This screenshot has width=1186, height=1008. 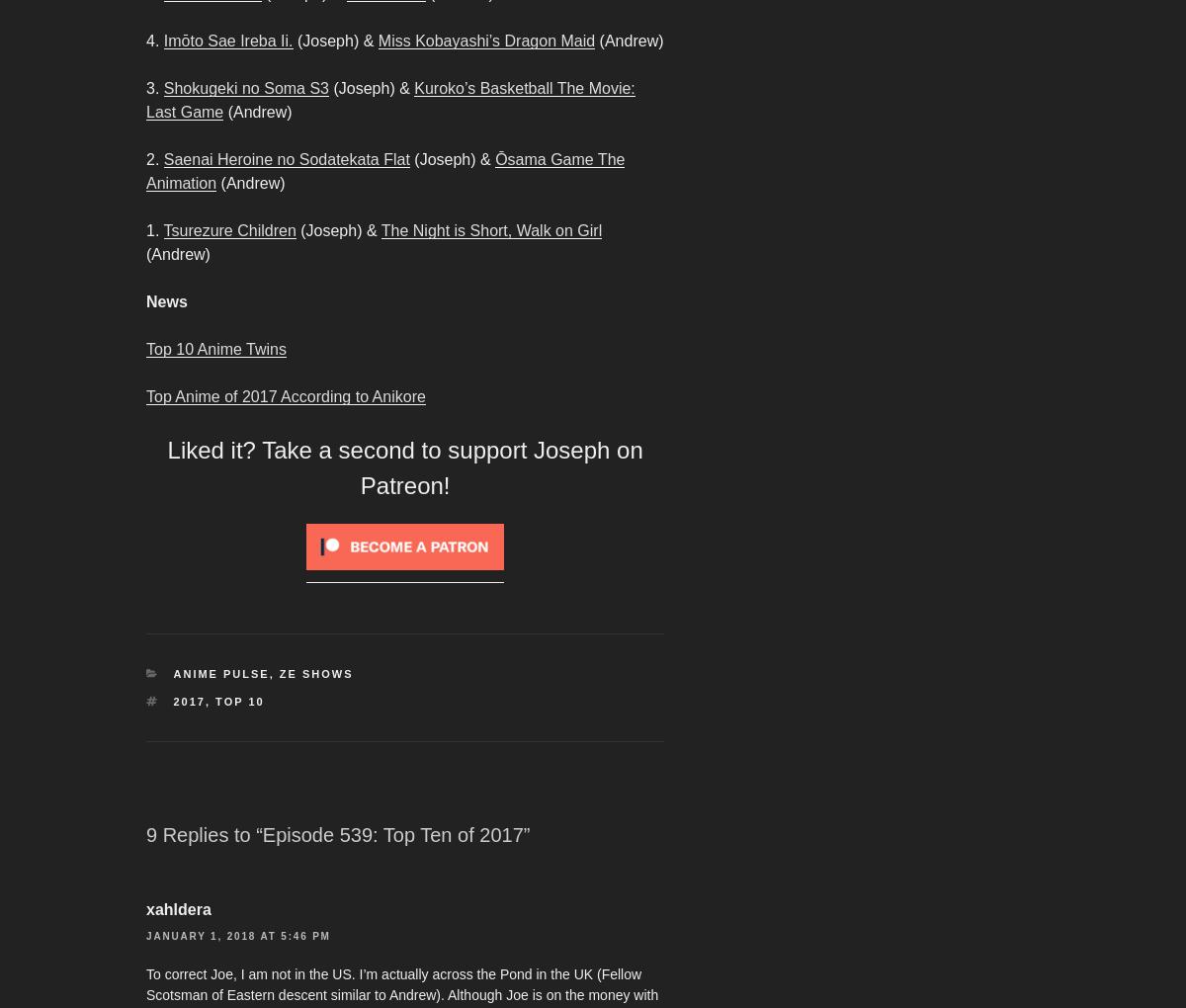 I want to click on 'News', so click(x=165, y=301).